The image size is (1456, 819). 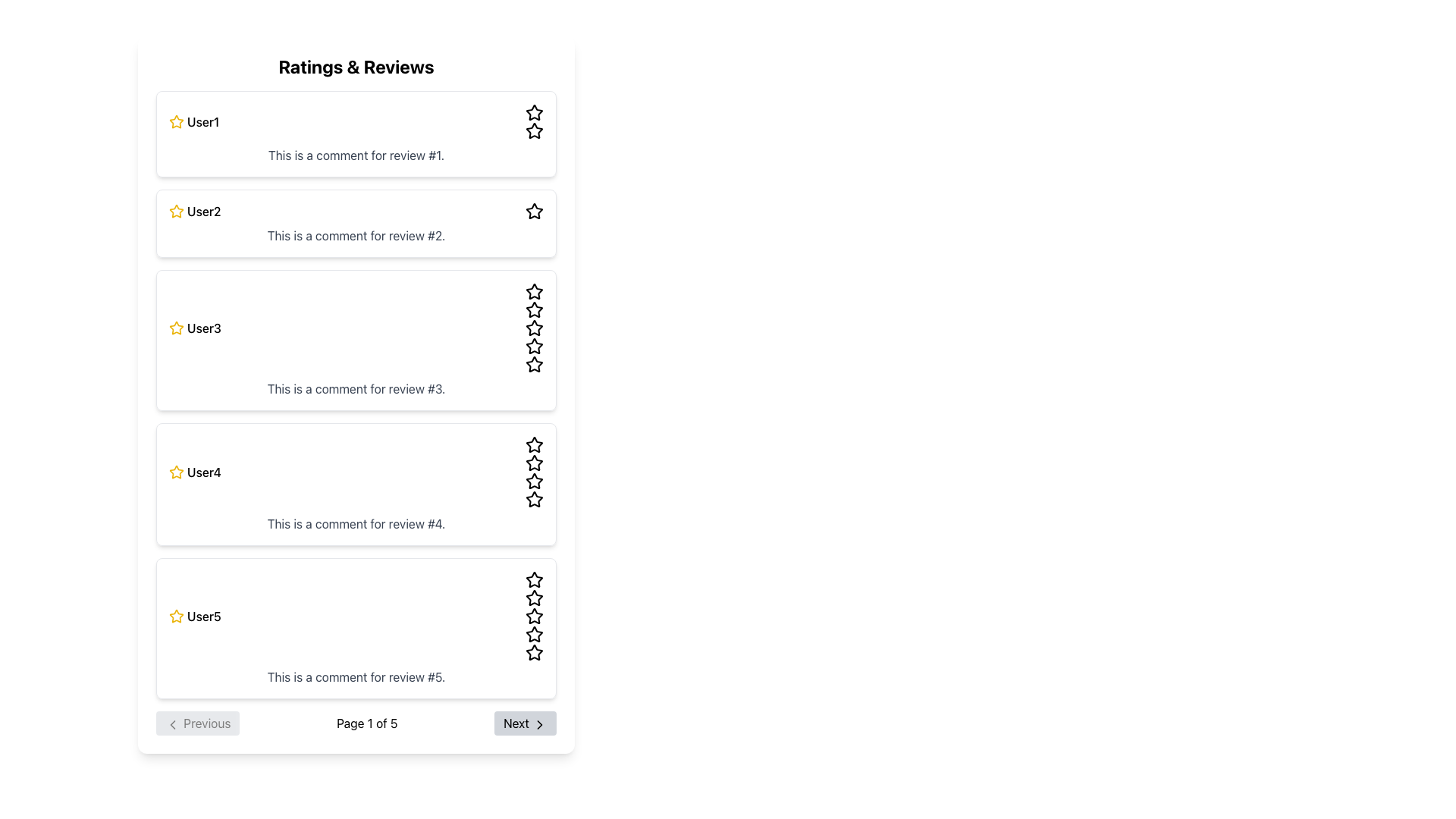 What do you see at coordinates (535, 121) in the screenshot?
I see `the vertical stack of two outlined star icons located on the far right of the review entry for 'User1' to interact with the individual stars` at bounding box center [535, 121].